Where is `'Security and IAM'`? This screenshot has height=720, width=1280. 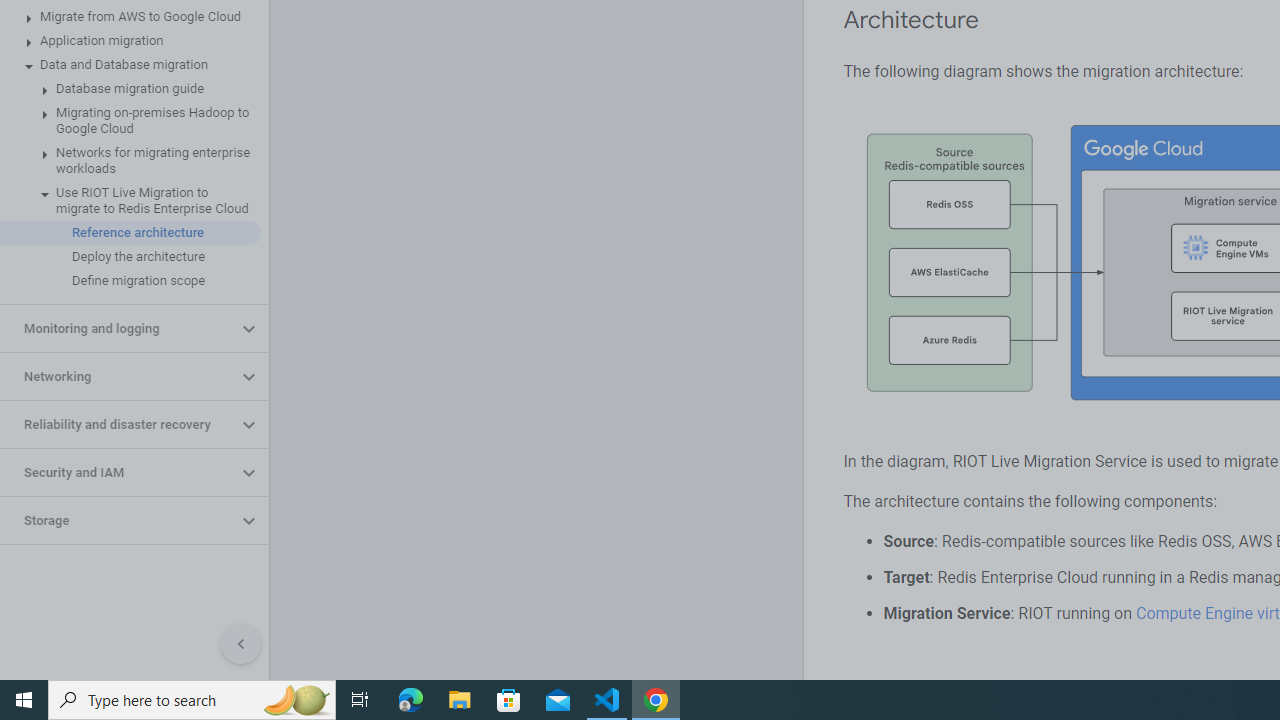
'Security and IAM' is located at coordinates (117, 473).